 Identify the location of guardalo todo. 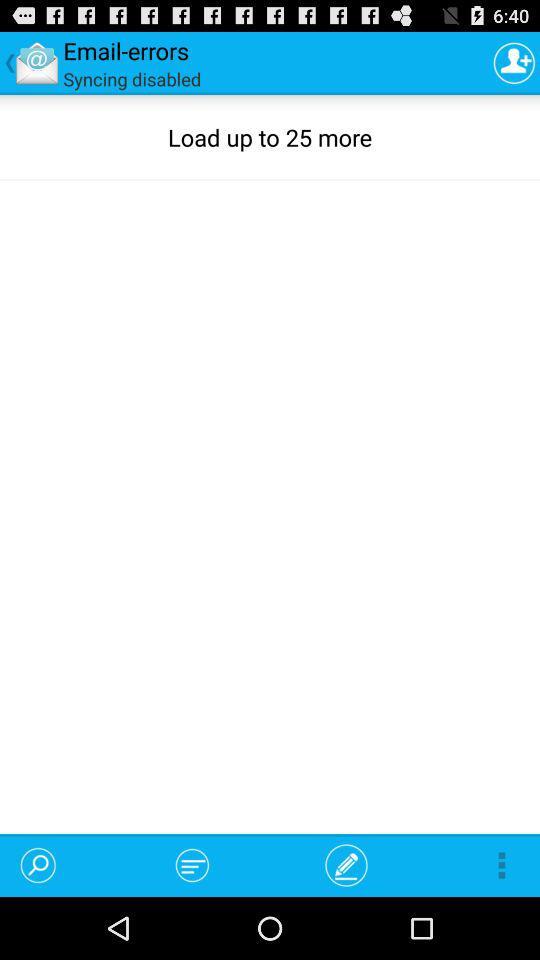
(514, 62).